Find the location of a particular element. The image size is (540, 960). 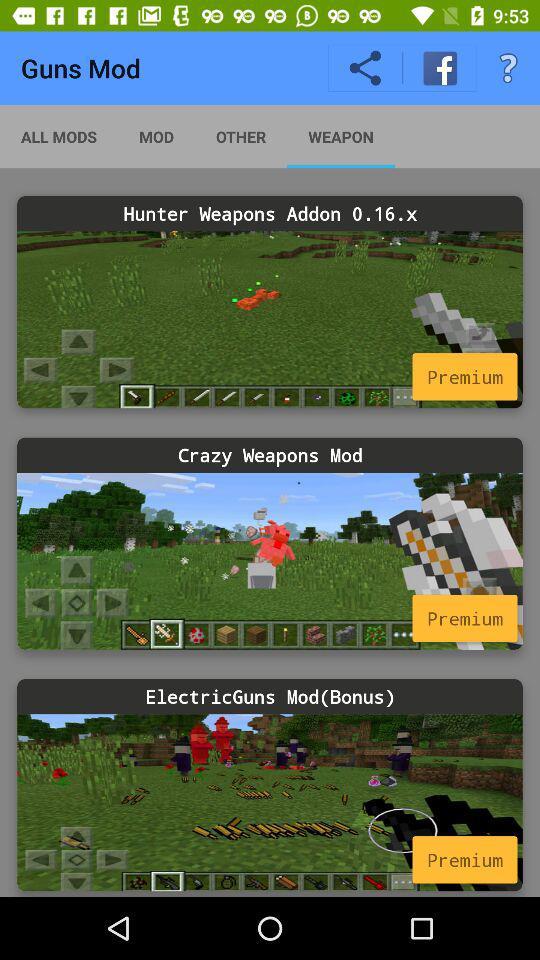

electricguns mod(bonus) is located at coordinates (270, 696).